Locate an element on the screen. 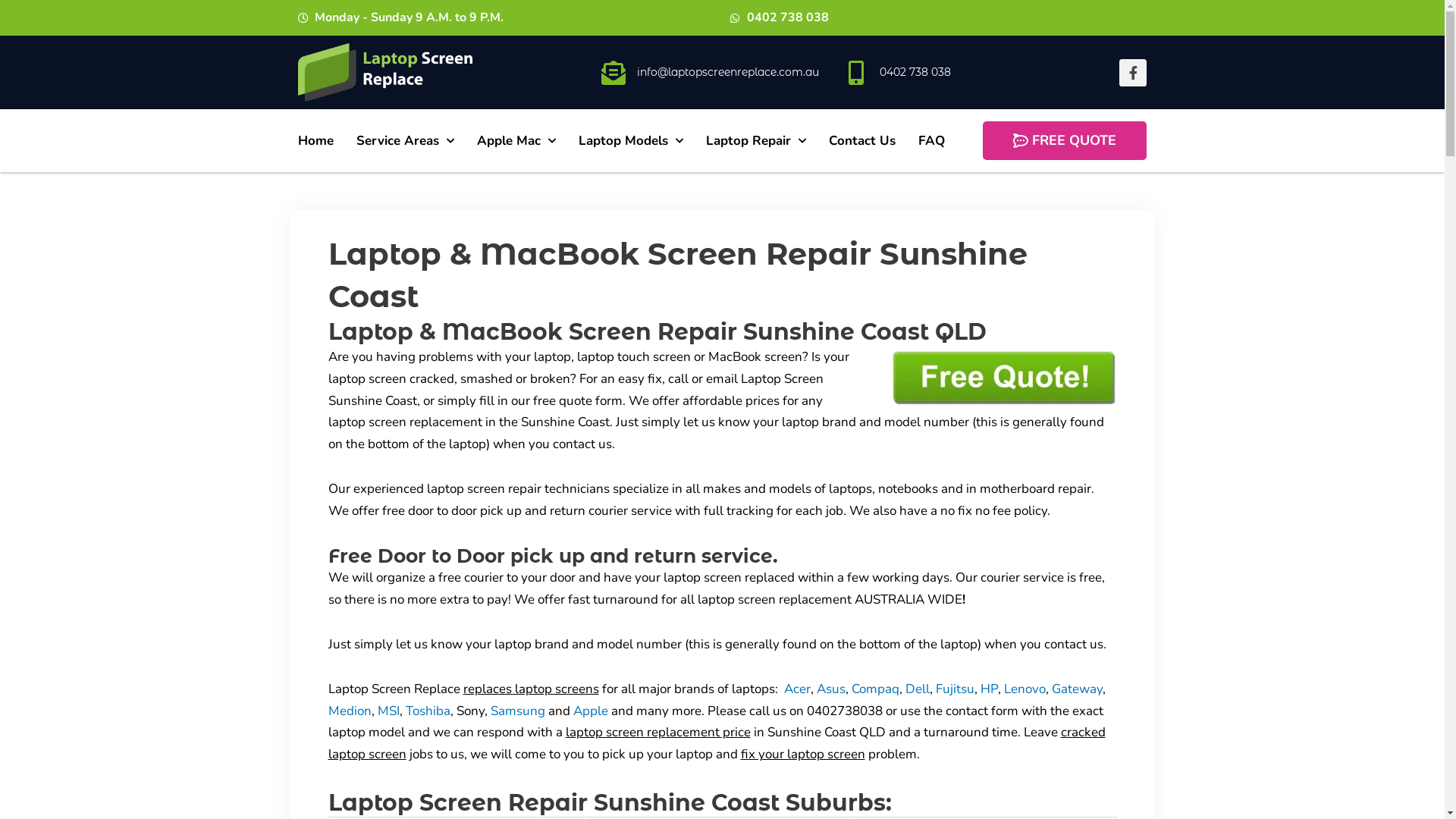  'MSI' is located at coordinates (378, 711).